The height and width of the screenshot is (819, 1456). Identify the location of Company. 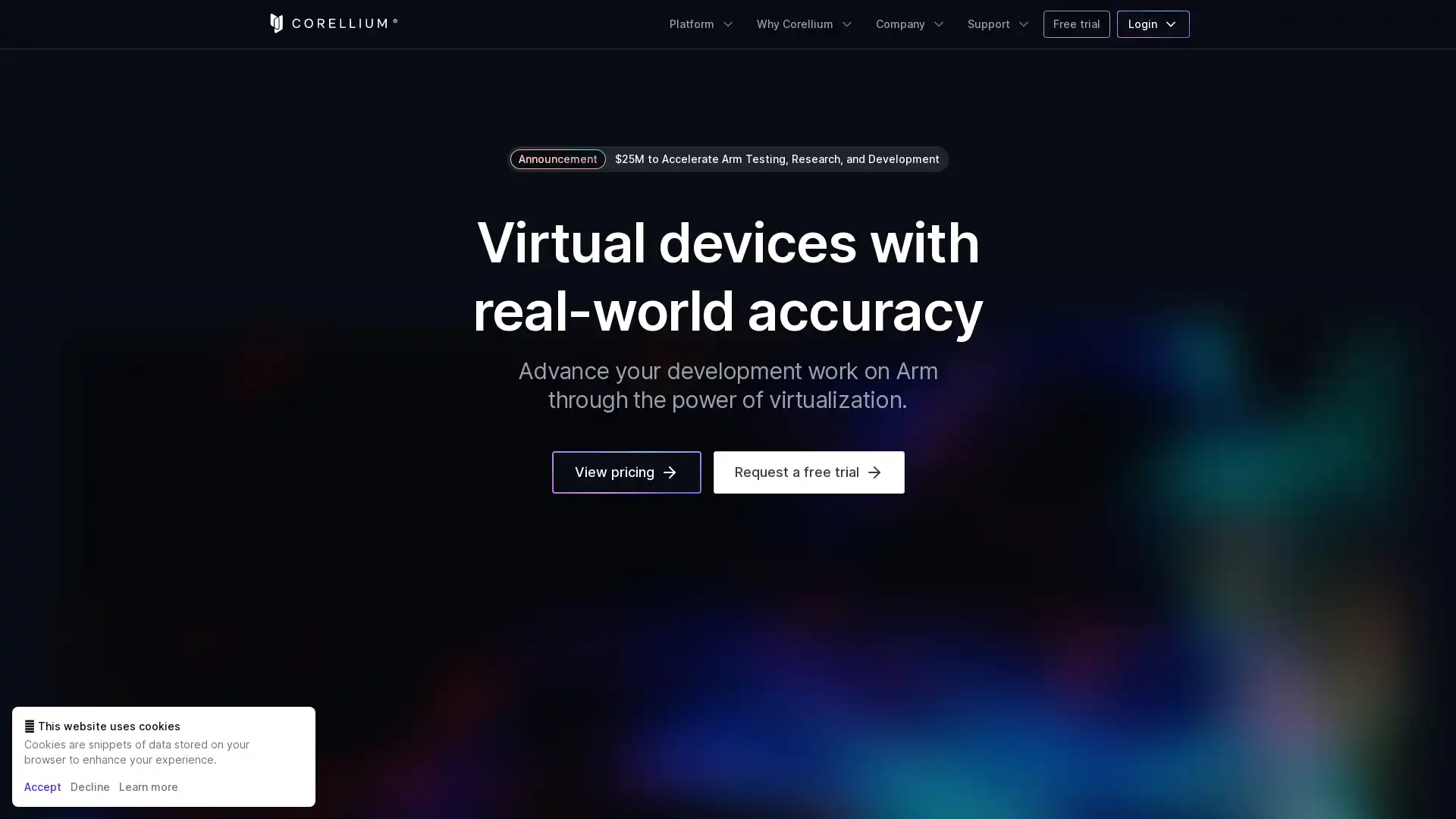
(910, 24).